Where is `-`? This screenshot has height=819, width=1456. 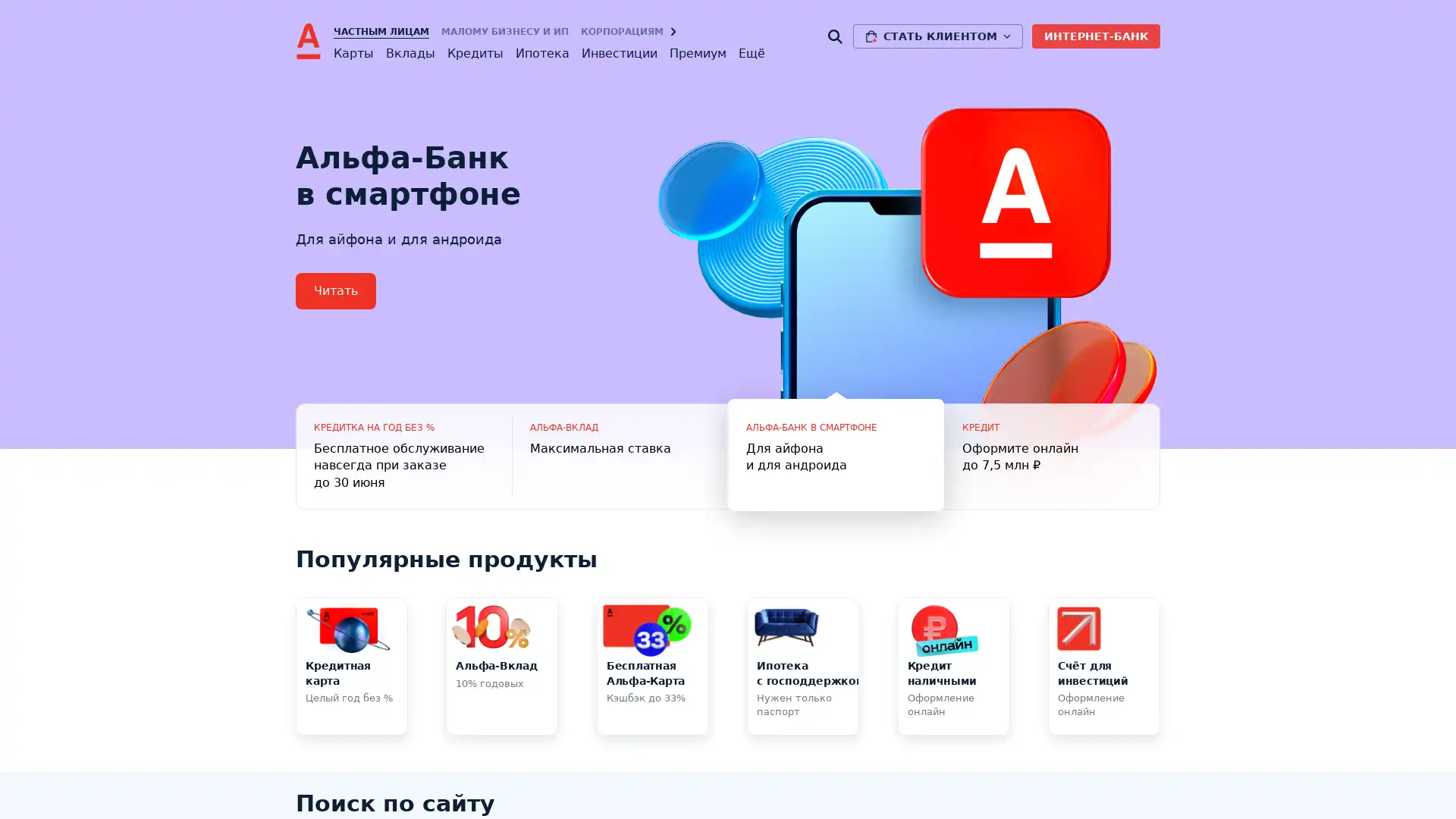
- is located at coordinates (835, 455).